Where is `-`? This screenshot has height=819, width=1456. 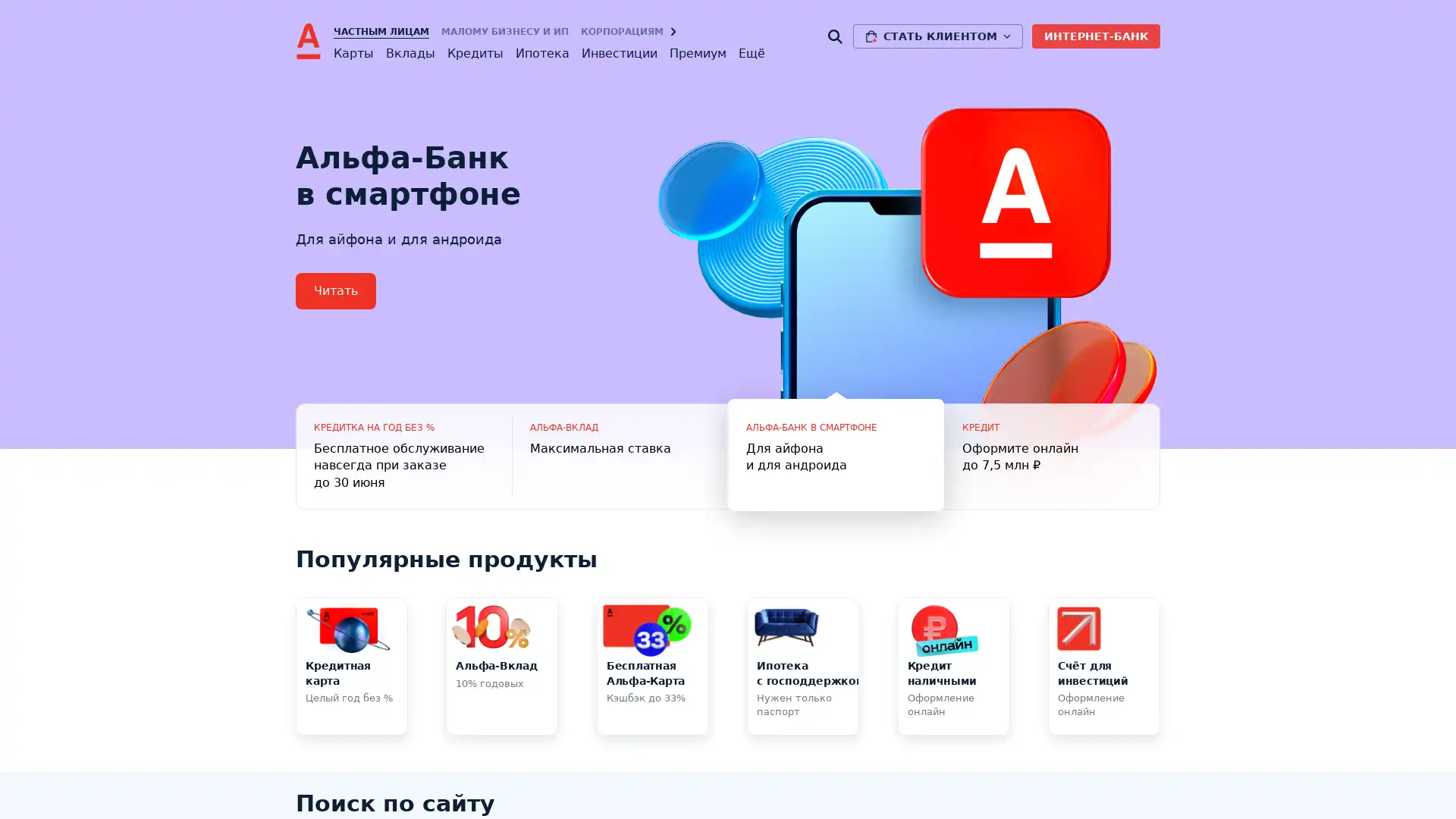
- is located at coordinates (835, 455).